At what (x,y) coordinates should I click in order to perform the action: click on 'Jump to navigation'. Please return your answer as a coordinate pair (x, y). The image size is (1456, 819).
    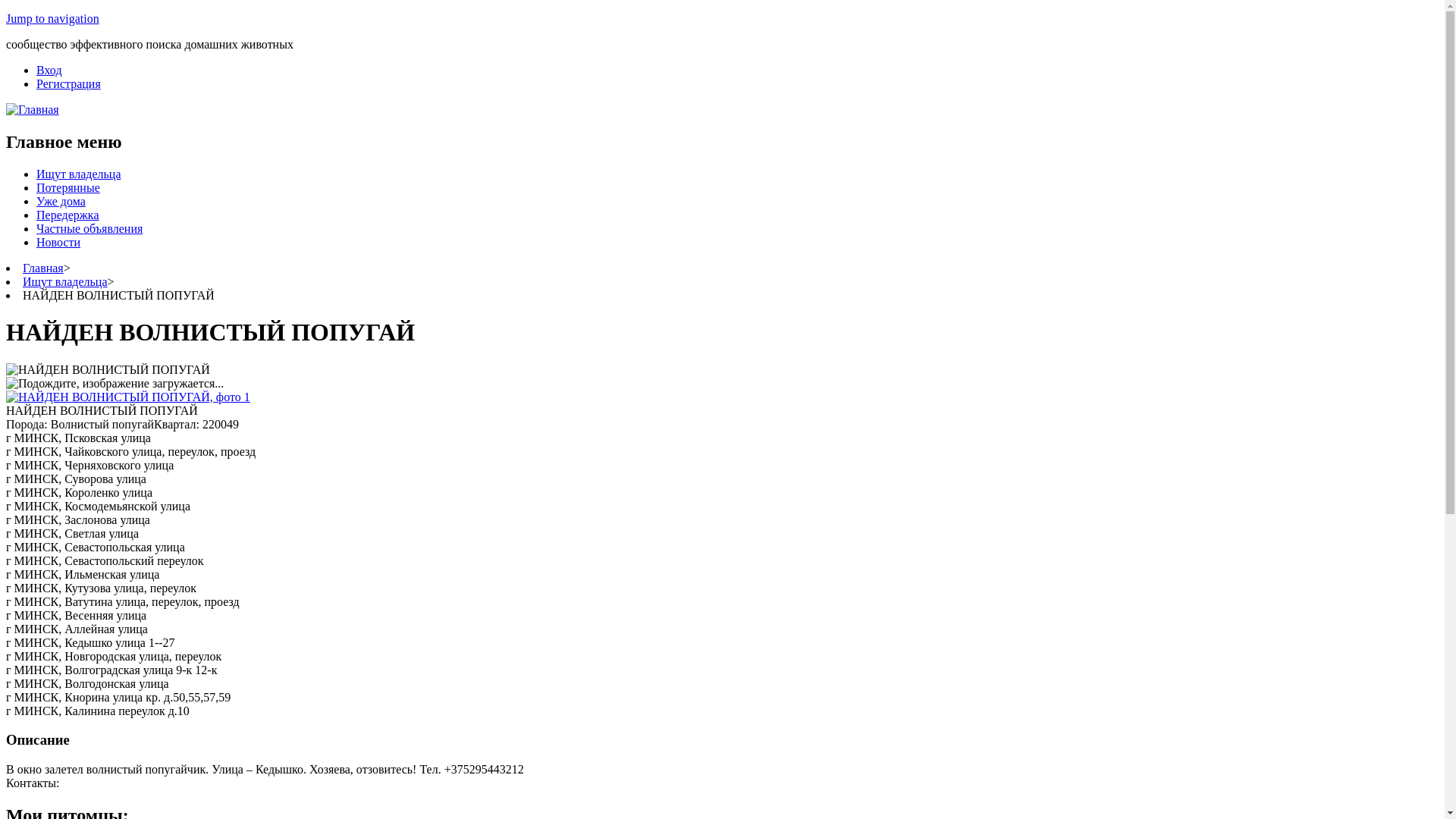
    Looking at the image, I should click on (52, 18).